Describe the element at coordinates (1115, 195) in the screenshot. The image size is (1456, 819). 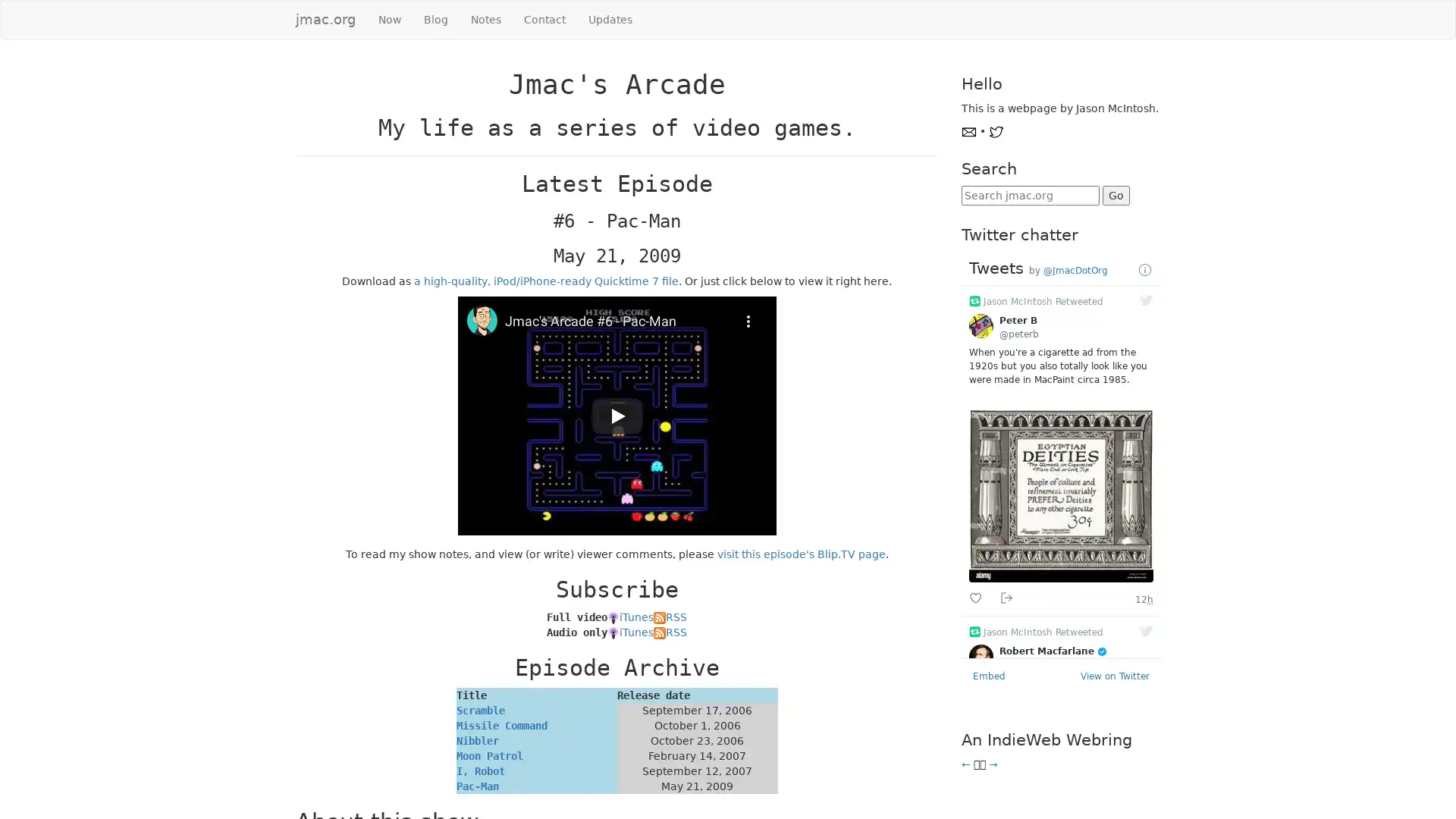
I see `Go` at that location.